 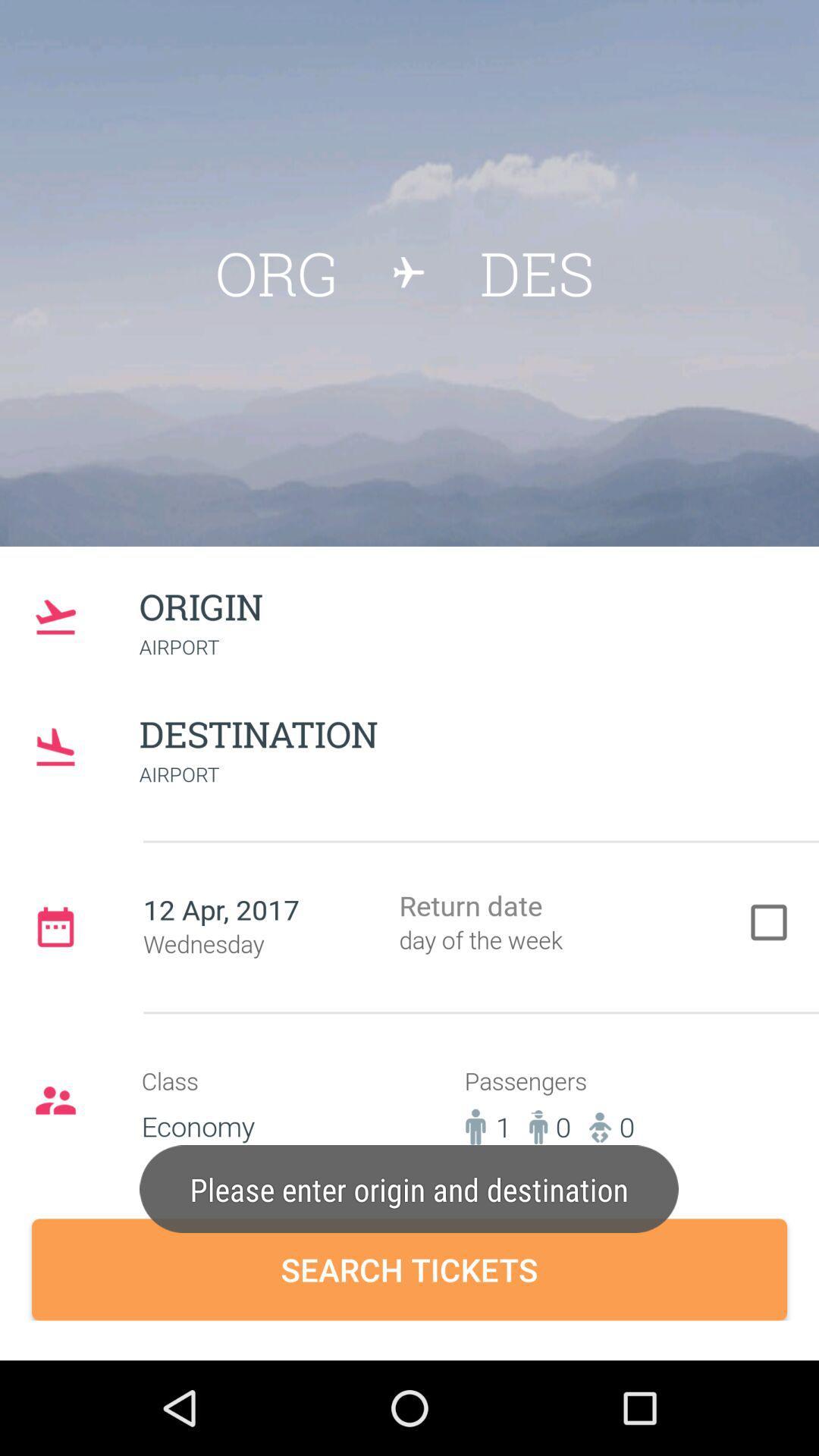 I want to click on the text field of passengers, so click(x=576, y=1113).